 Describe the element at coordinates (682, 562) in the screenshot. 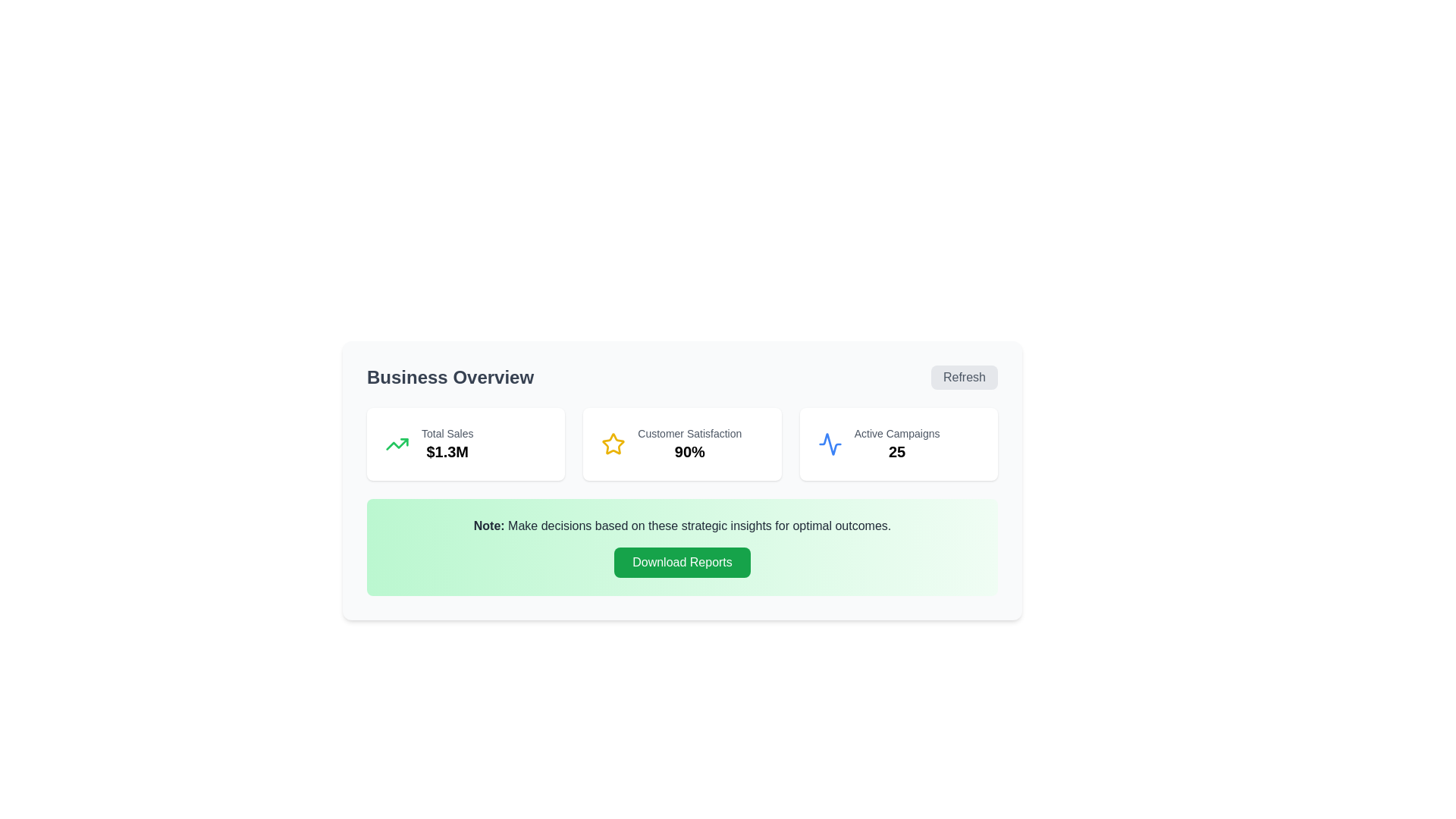

I see `the green 'Download Reports' button with rounded corners located in the 'Note' section, positioned centrally below the relevant text` at that location.